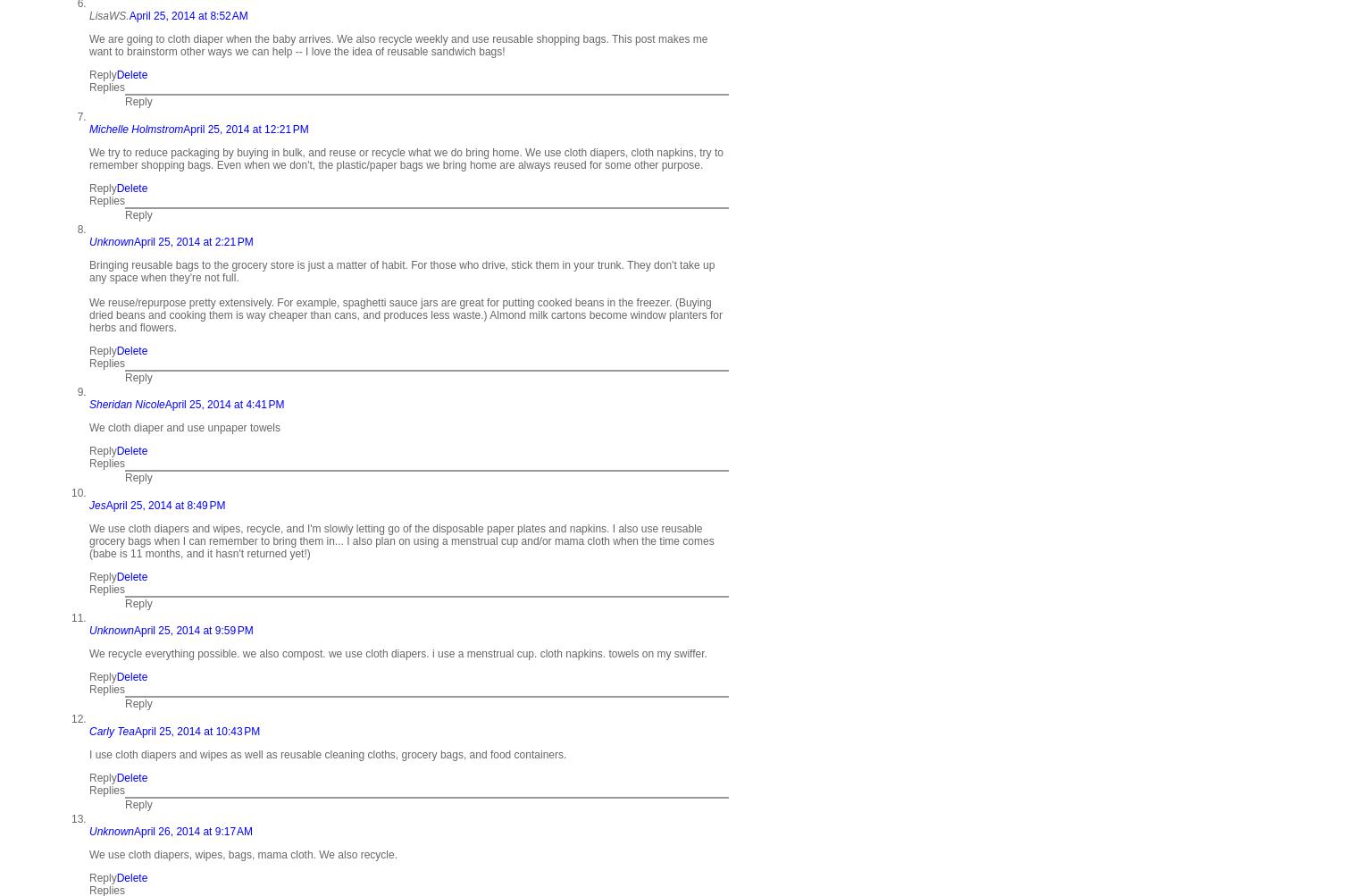 The image size is (1347, 896). Describe the element at coordinates (183, 428) in the screenshot. I see `'We cloth diaper and use unpaper towels'` at that location.